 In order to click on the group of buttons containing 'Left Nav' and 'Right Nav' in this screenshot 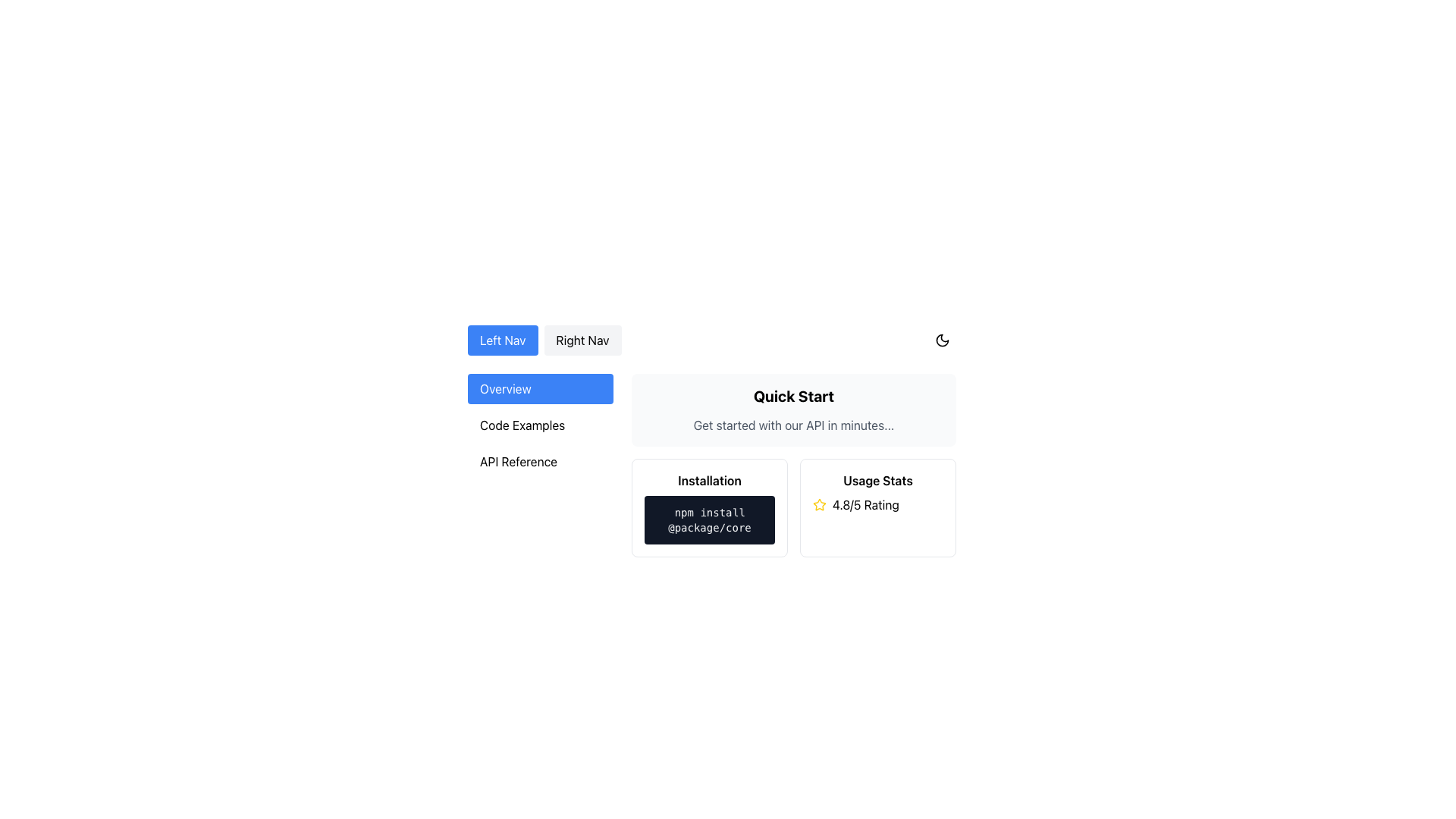, I will do `click(544, 339)`.